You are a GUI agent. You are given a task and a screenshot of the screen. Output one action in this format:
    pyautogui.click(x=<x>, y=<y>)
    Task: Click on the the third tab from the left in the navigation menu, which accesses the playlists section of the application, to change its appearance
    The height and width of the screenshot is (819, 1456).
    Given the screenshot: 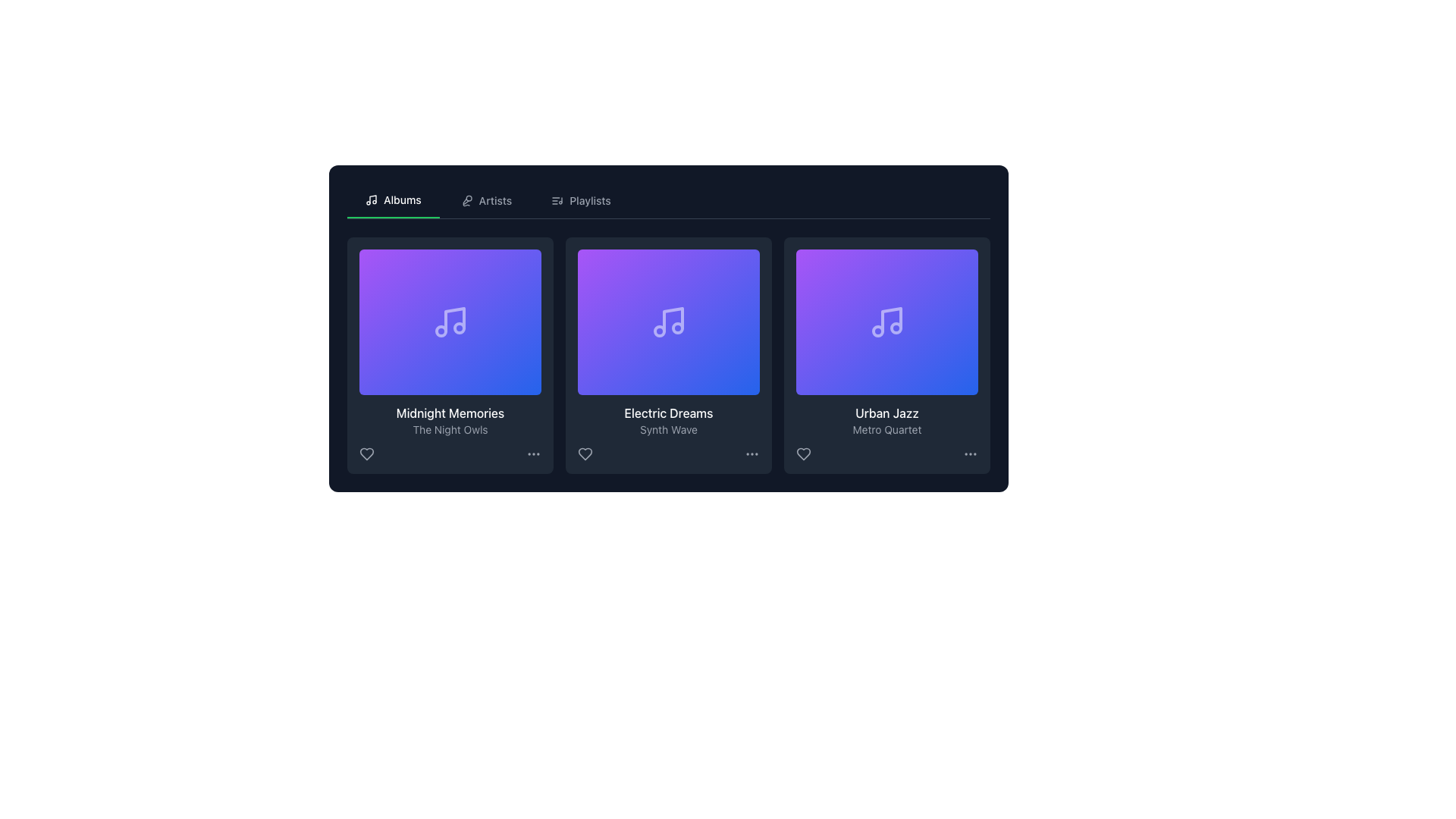 What is the action you would take?
    pyautogui.click(x=580, y=200)
    